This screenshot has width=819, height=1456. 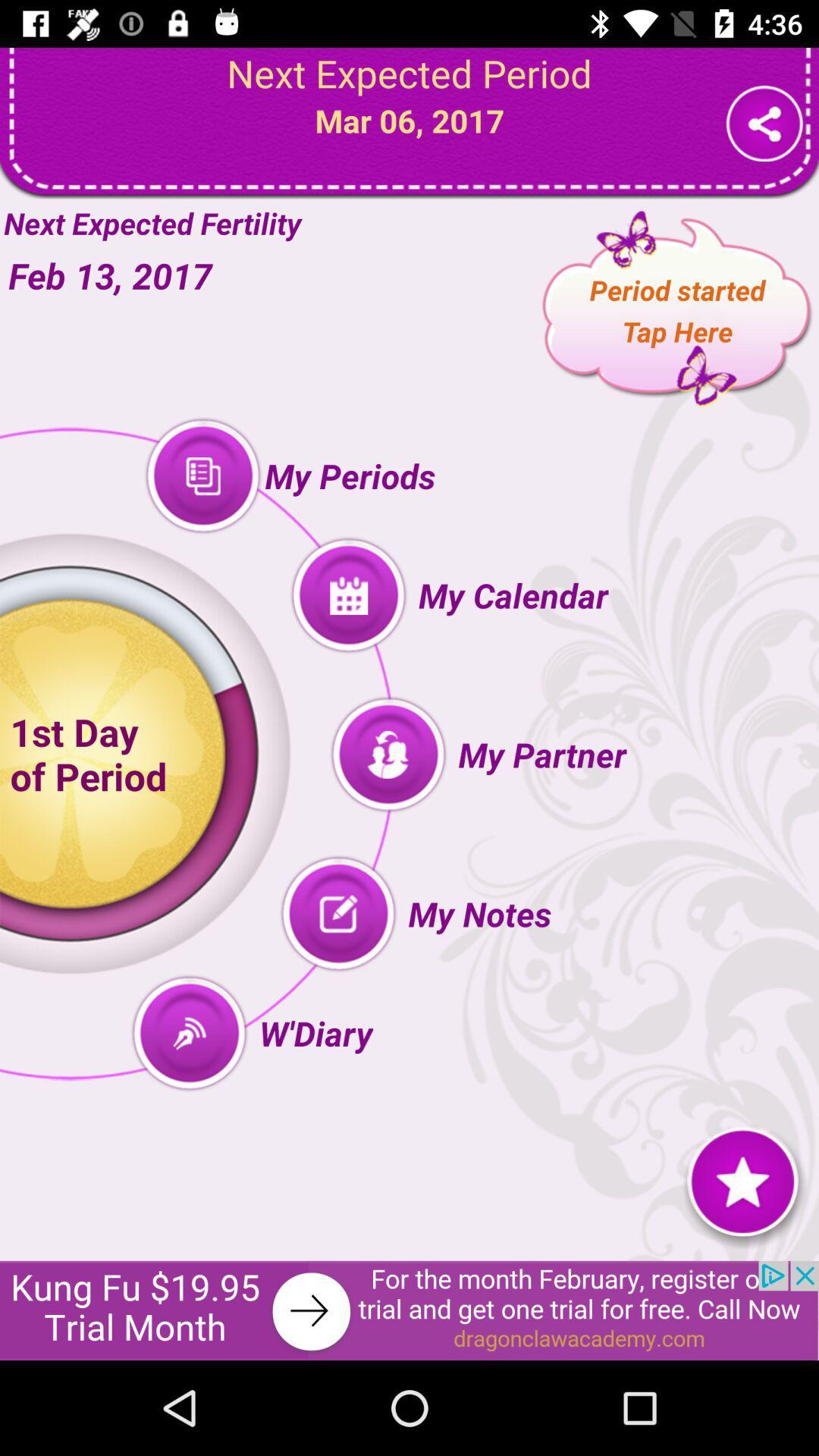 What do you see at coordinates (742, 1180) in the screenshot?
I see `the star button` at bounding box center [742, 1180].